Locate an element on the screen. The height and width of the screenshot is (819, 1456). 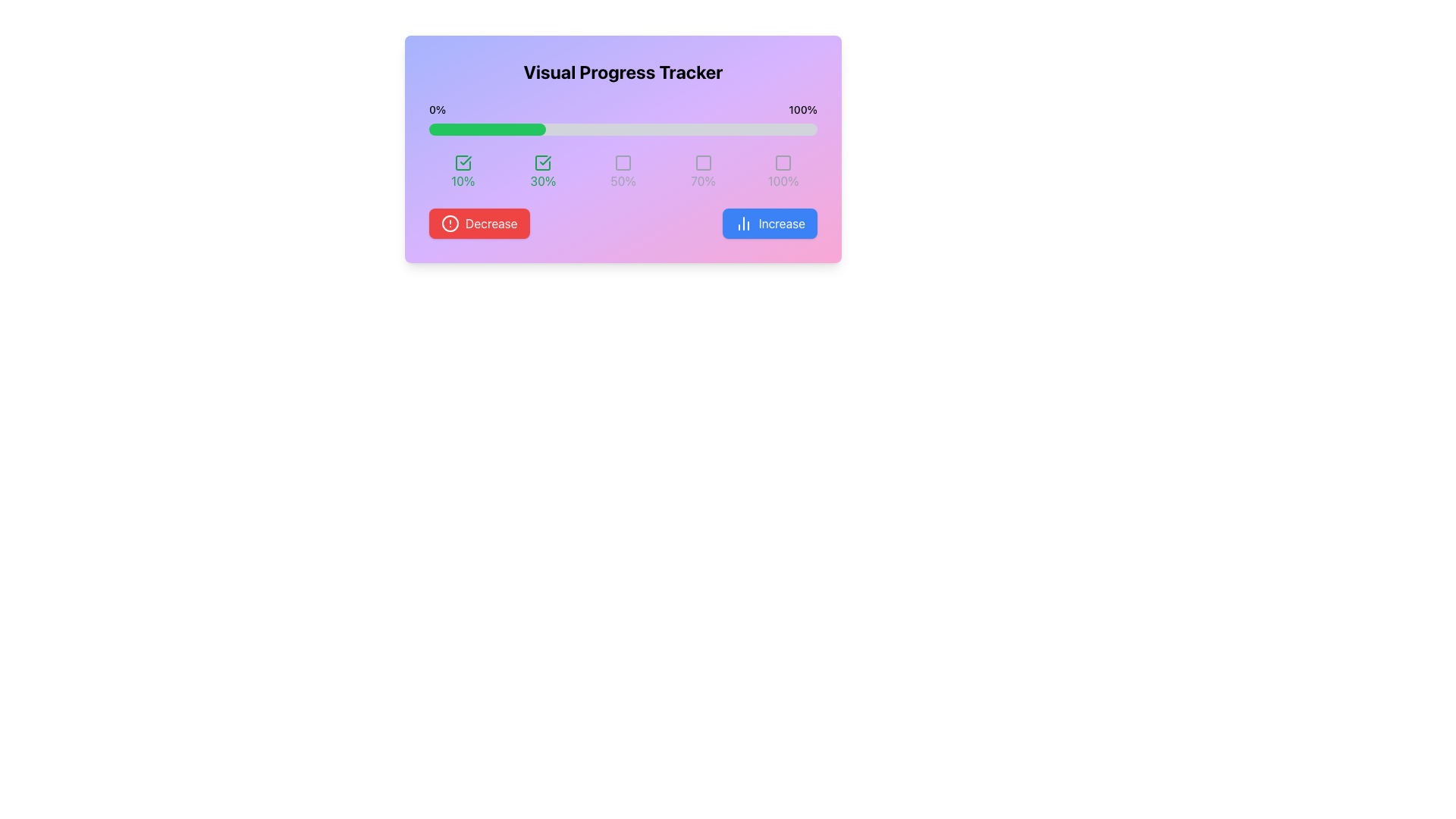
the outermost circle SVG graphic element that serves as a visual part of an icon, indicating status or alert, located near the bottom left of the interface is located at coordinates (450, 223).